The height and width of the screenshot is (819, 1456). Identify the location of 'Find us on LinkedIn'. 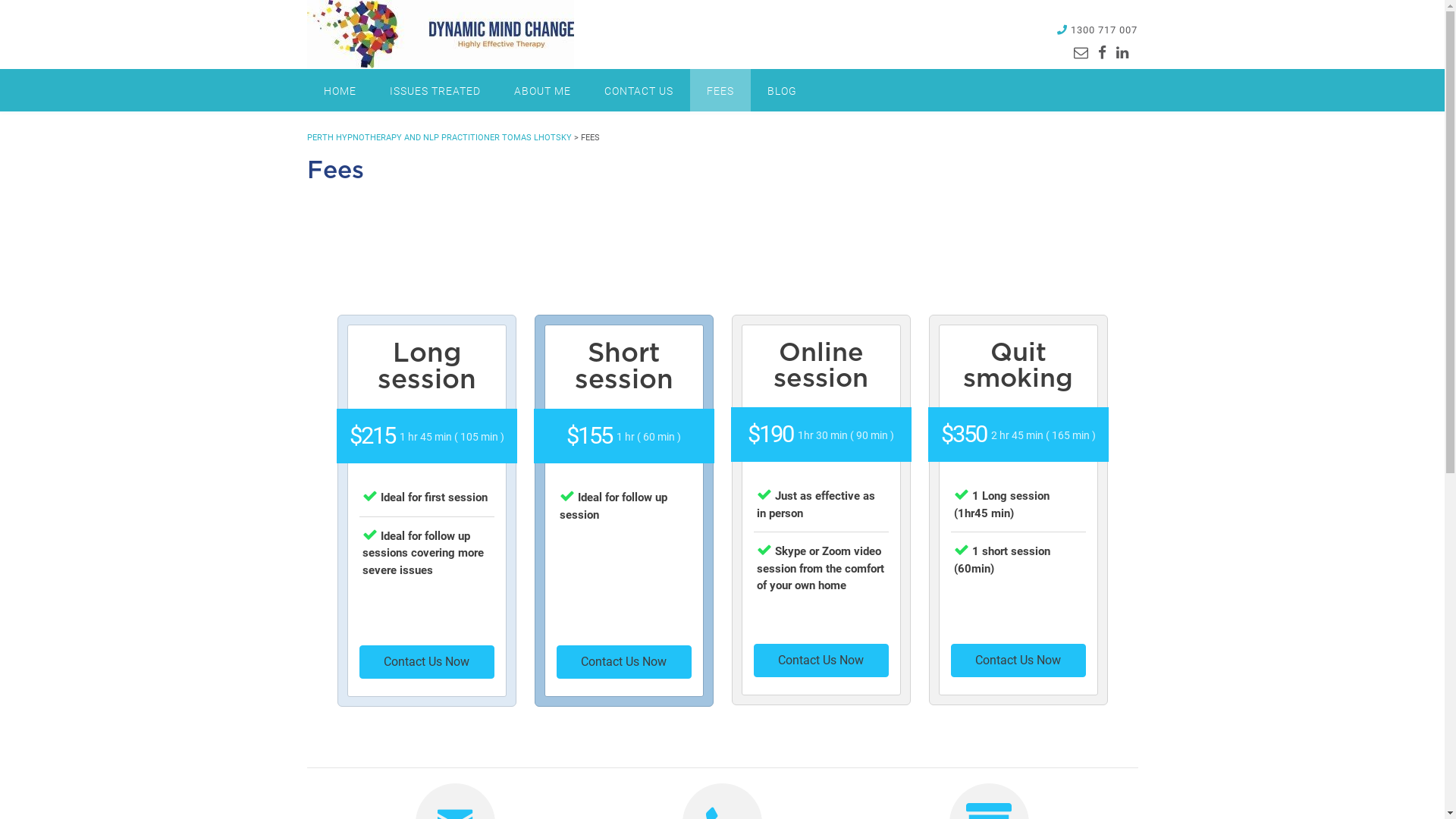
(1122, 52).